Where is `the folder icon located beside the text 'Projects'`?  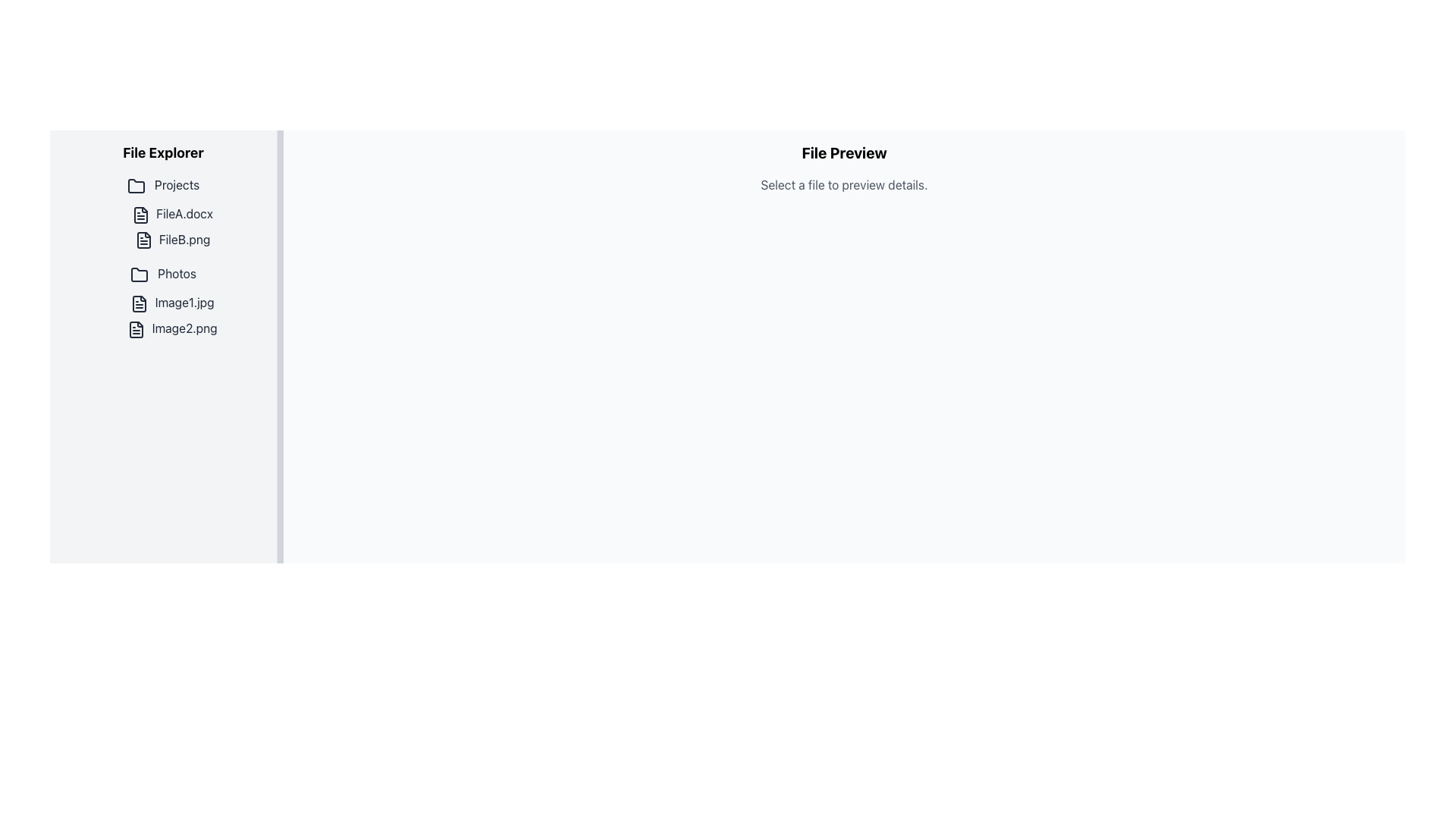
the folder icon located beside the text 'Projects' is located at coordinates (136, 185).